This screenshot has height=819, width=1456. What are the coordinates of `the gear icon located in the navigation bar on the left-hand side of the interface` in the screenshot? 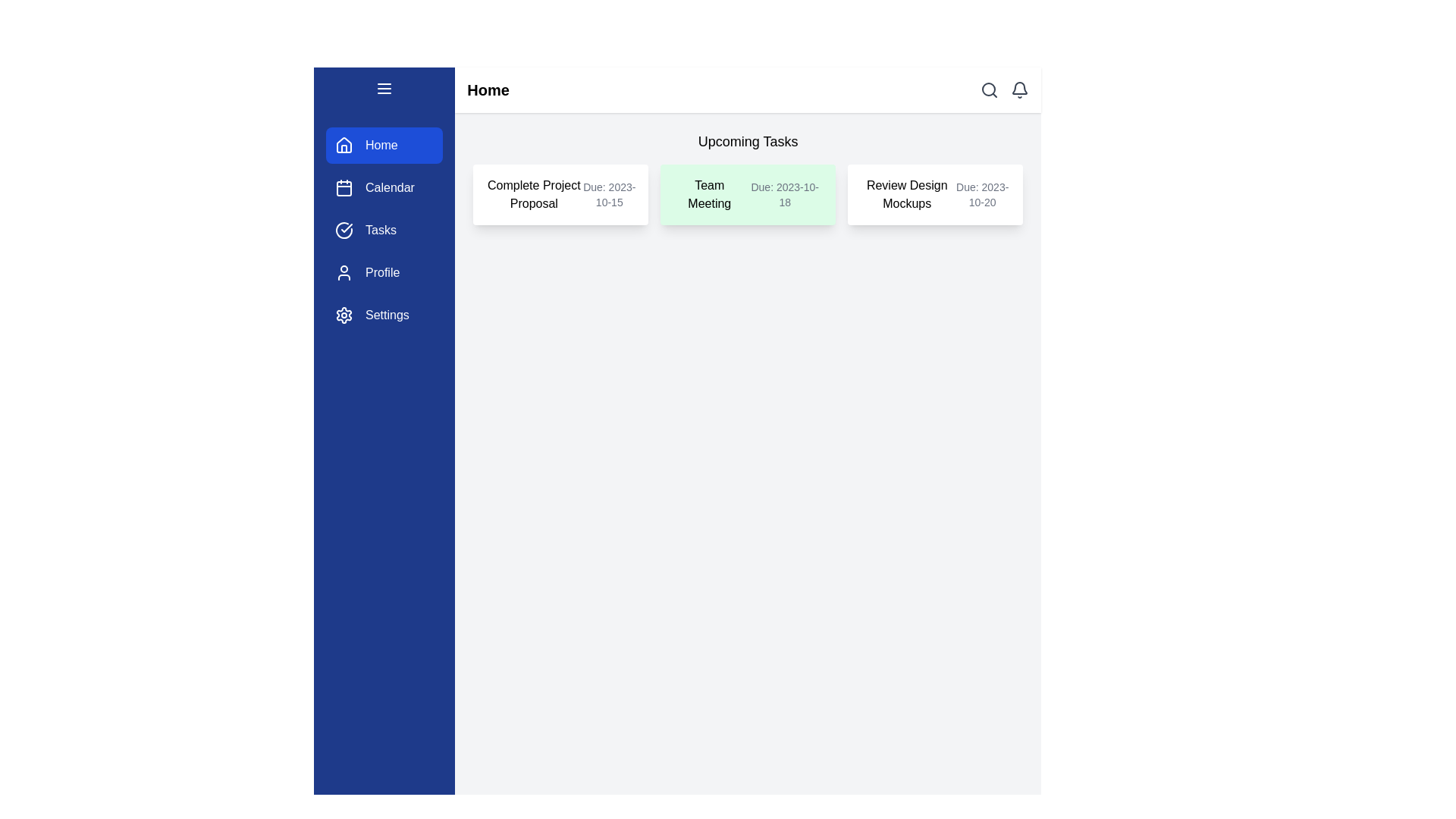 It's located at (344, 315).